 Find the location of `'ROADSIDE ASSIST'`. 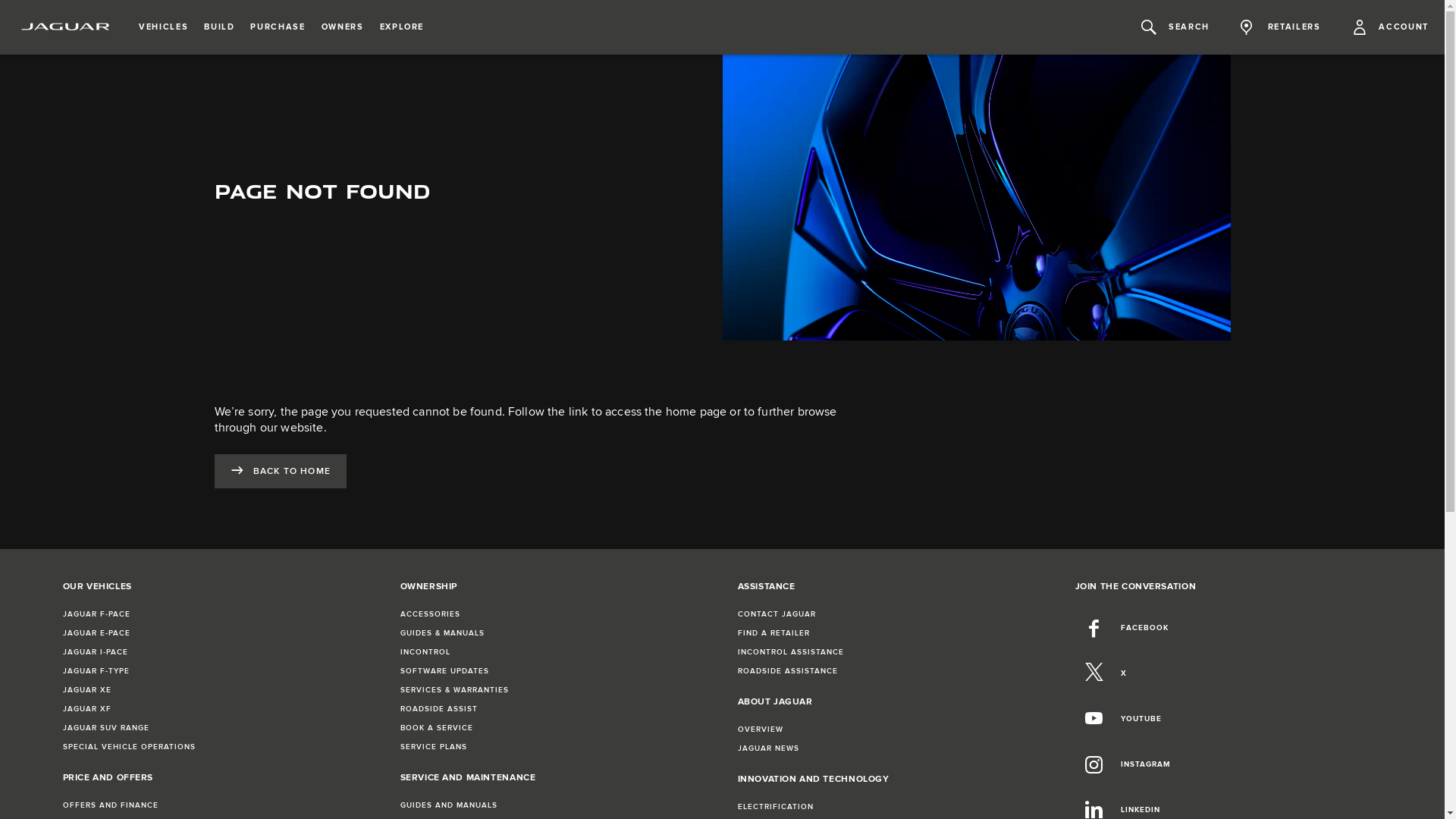

'ROADSIDE ASSIST' is located at coordinates (438, 708).